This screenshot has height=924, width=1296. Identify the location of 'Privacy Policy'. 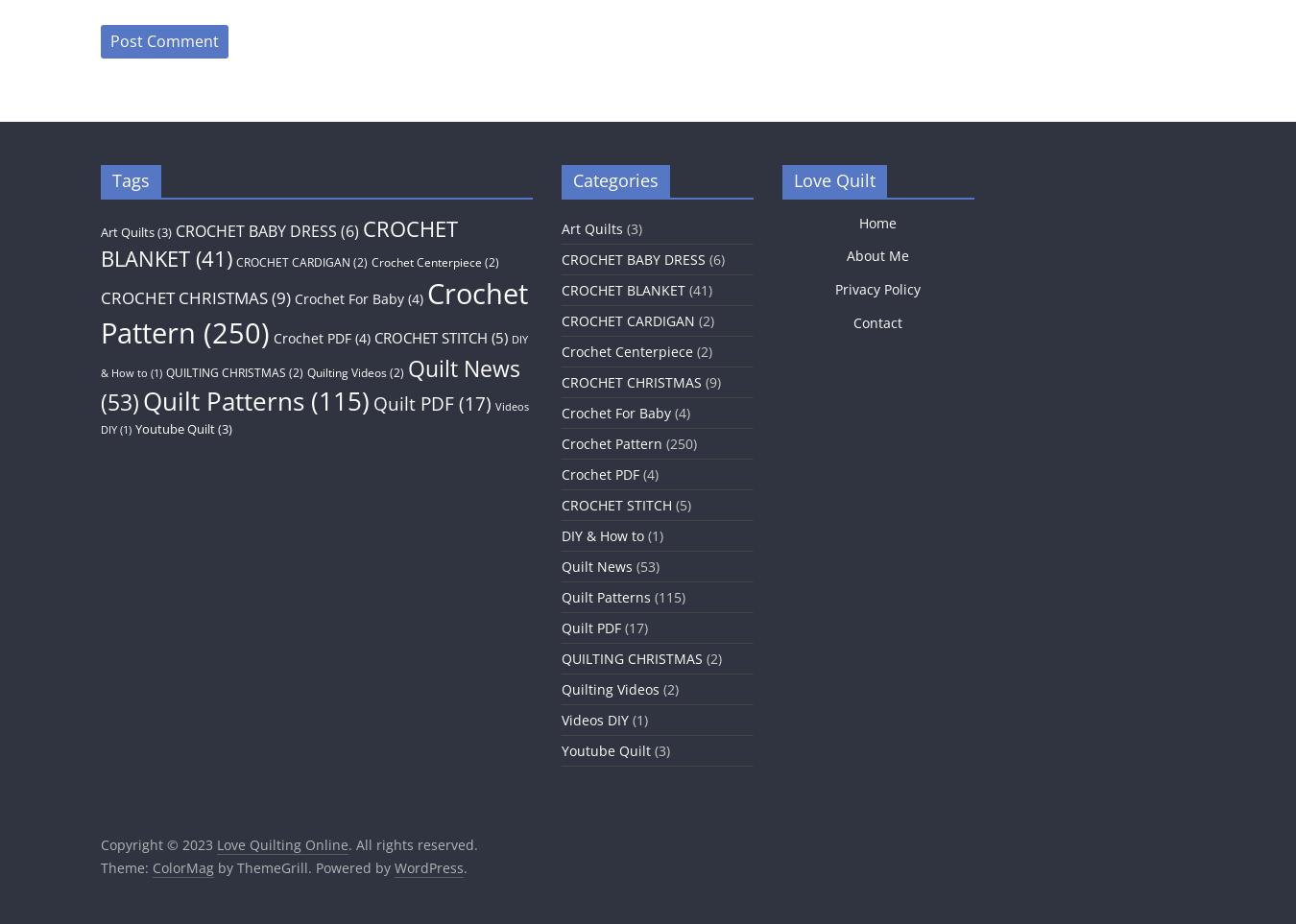
(876, 287).